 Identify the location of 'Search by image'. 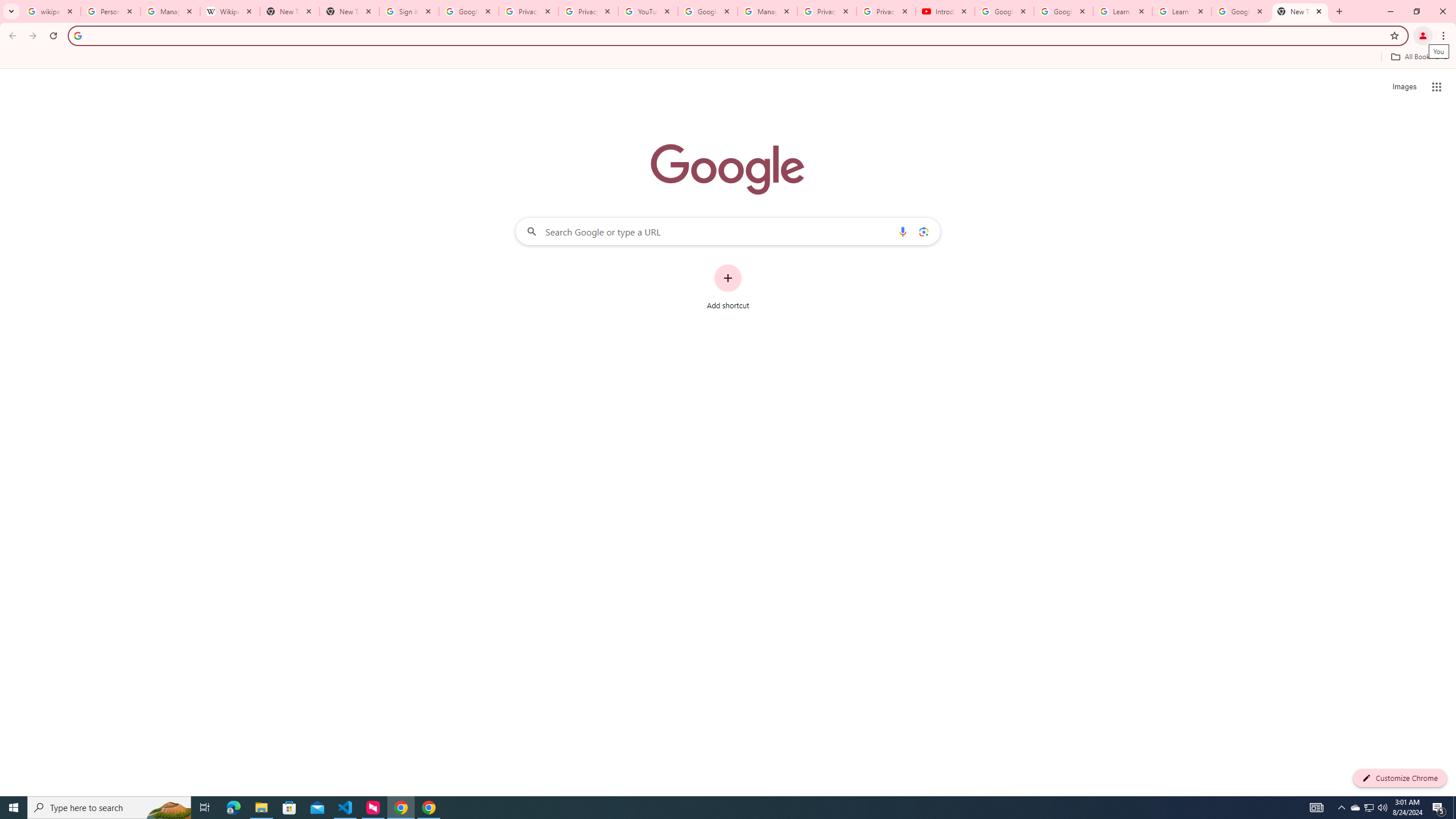
(923, 230).